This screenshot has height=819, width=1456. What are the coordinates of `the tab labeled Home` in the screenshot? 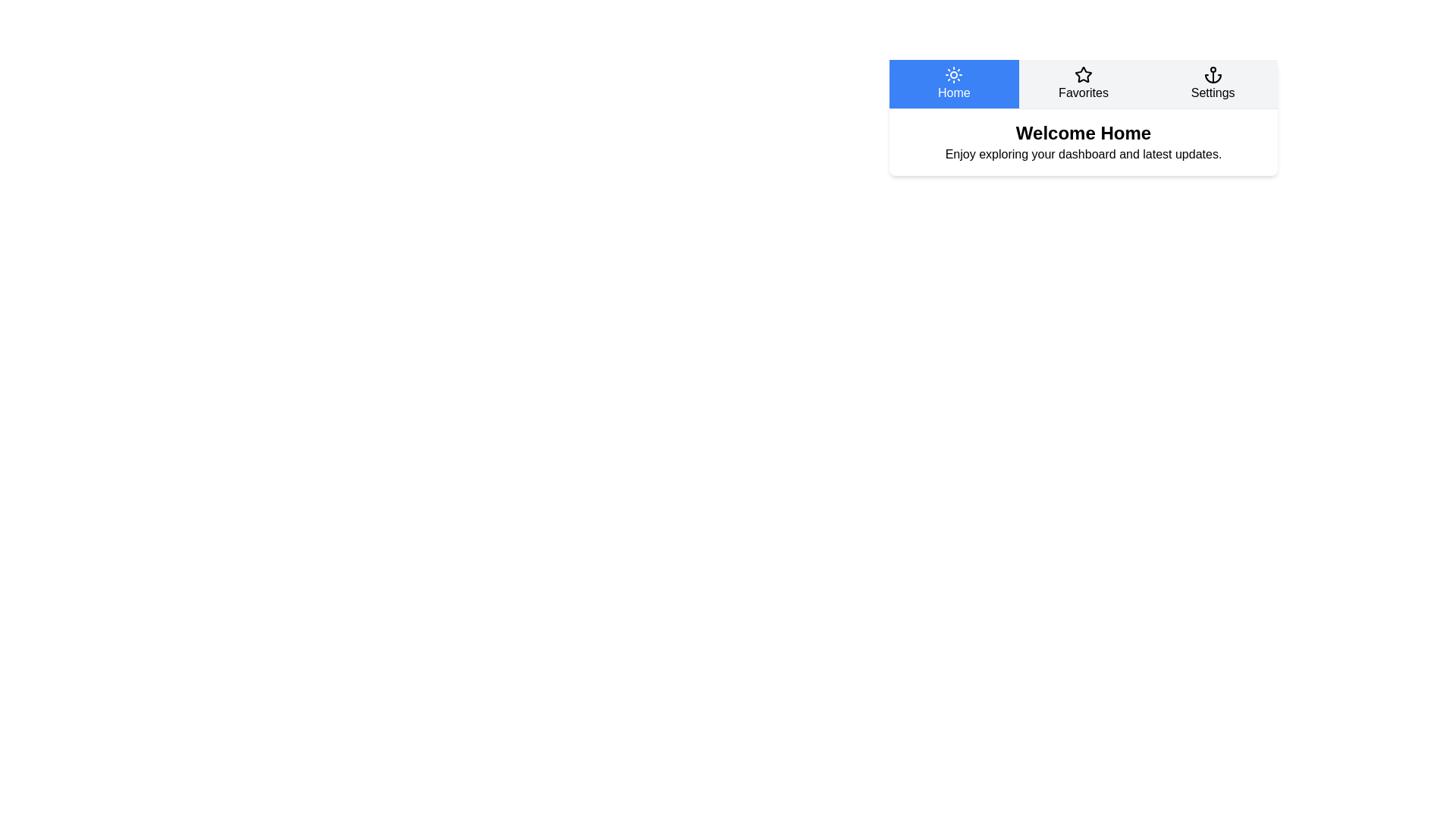 It's located at (952, 84).